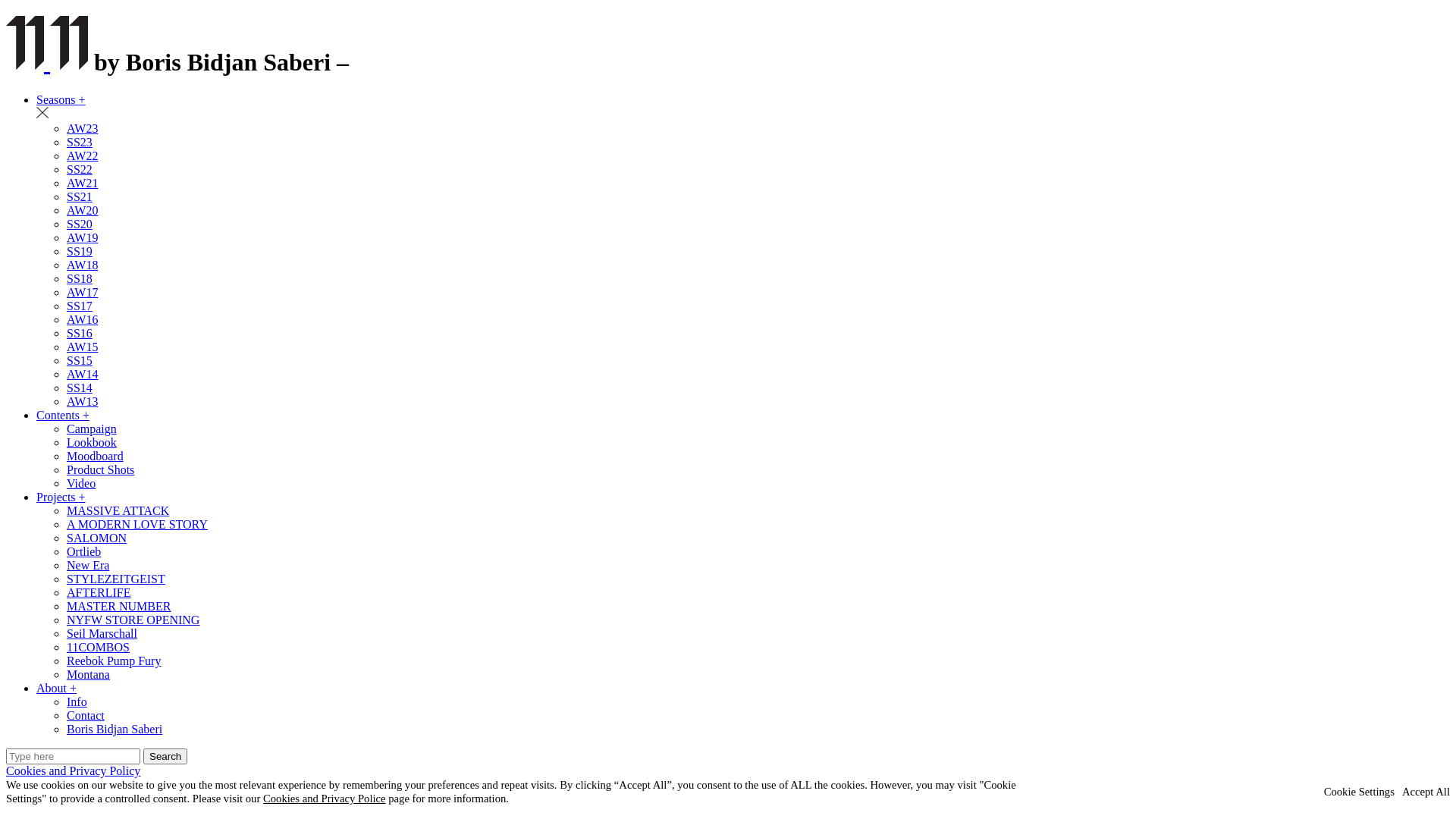 This screenshot has height=819, width=1456. What do you see at coordinates (165, 756) in the screenshot?
I see `'Search'` at bounding box center [165, 756].